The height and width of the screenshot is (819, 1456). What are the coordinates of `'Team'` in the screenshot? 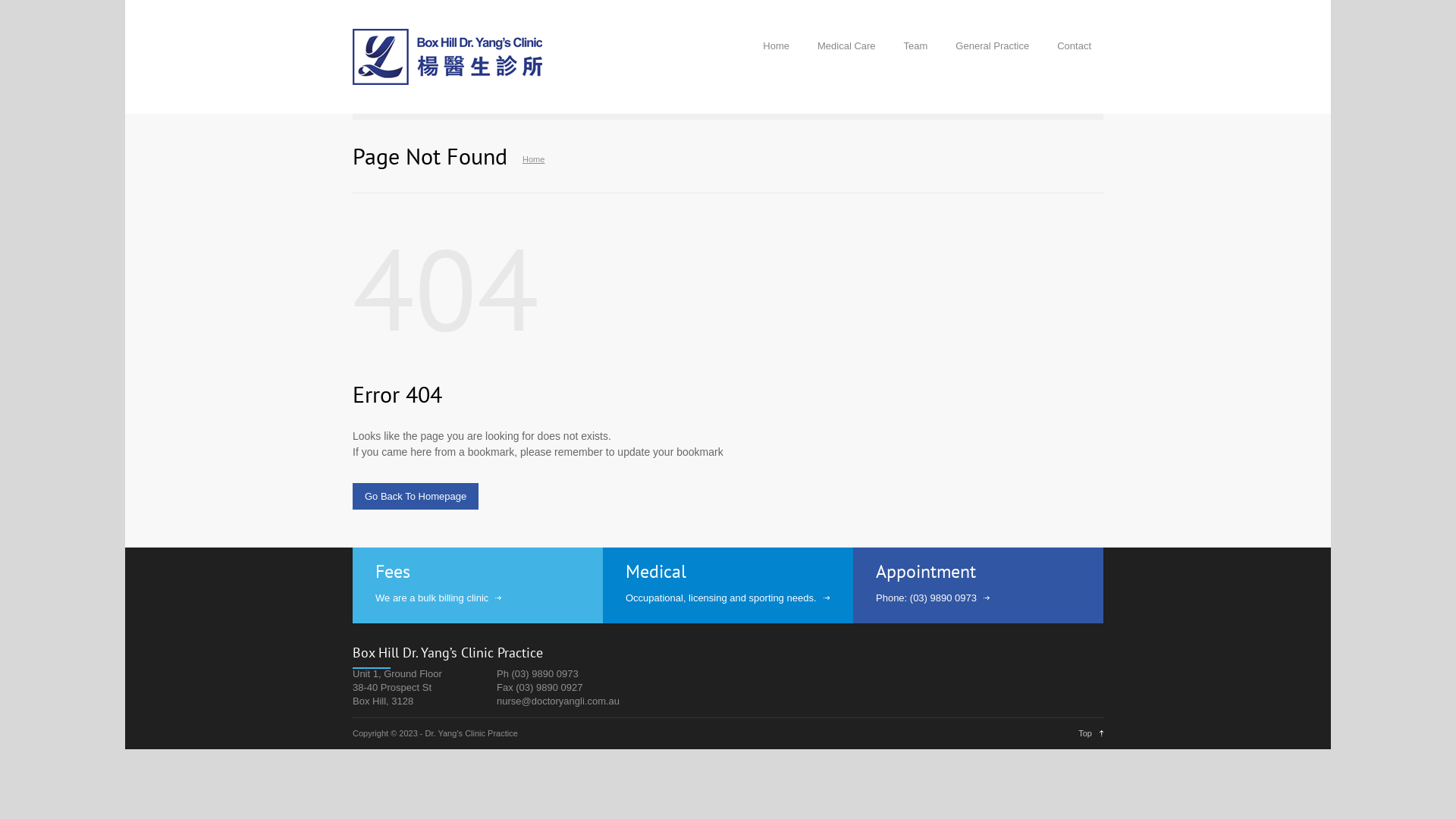 It's located at (915, 45).